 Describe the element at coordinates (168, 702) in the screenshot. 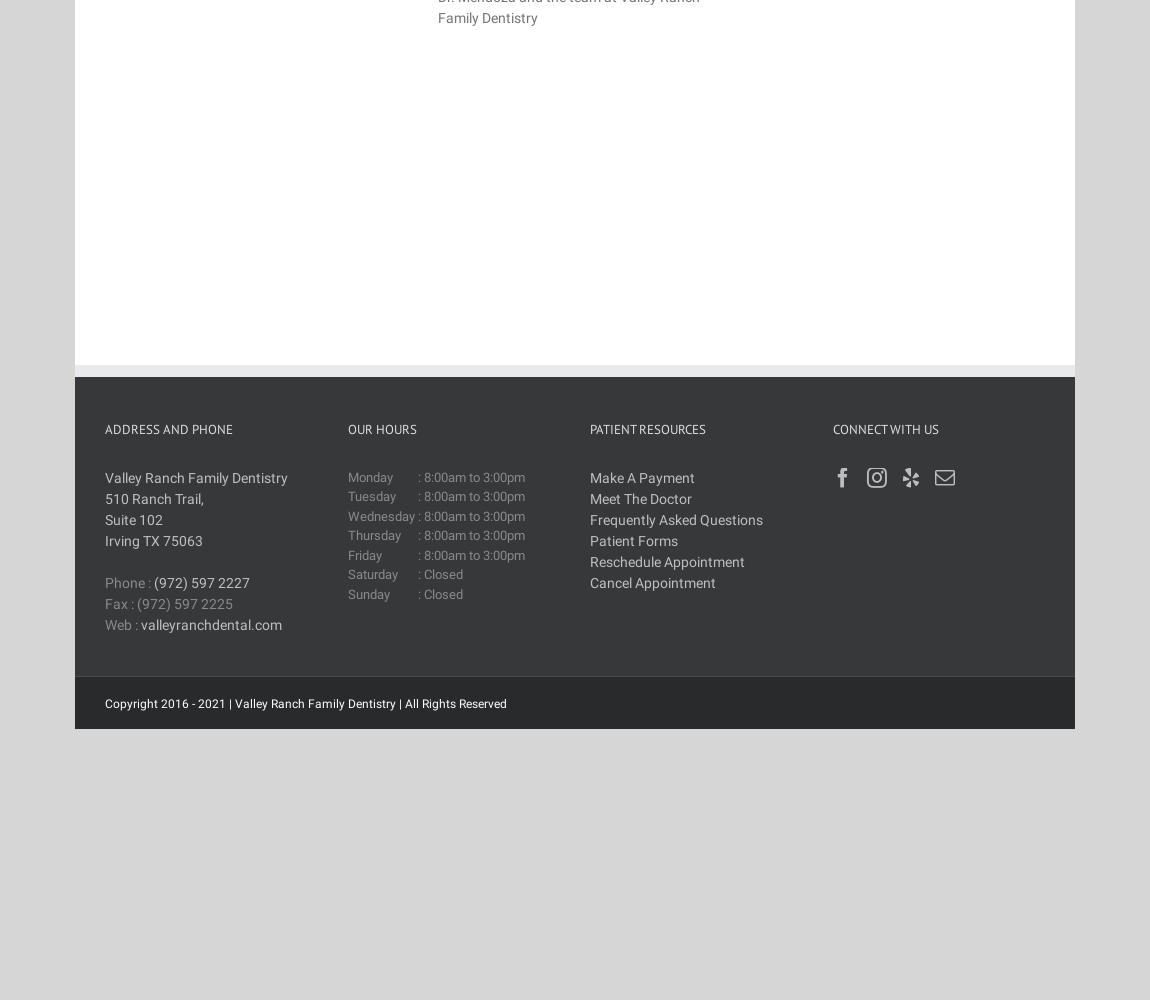

I see `'Copyright 2016 - 2021 |'` at that location.